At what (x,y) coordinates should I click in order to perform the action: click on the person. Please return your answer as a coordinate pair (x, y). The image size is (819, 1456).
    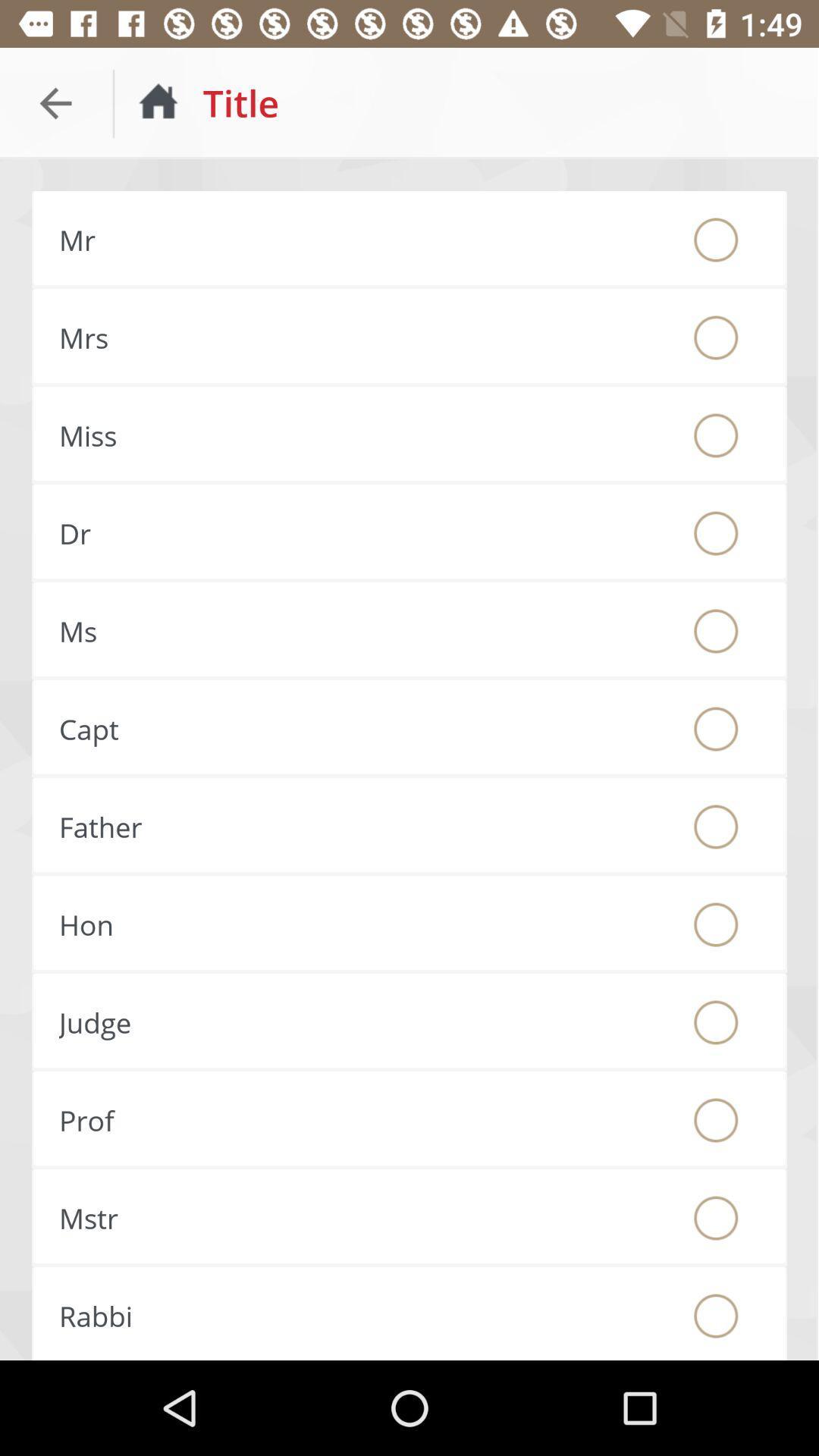
    Looking at the image, I should click on (716, 826).